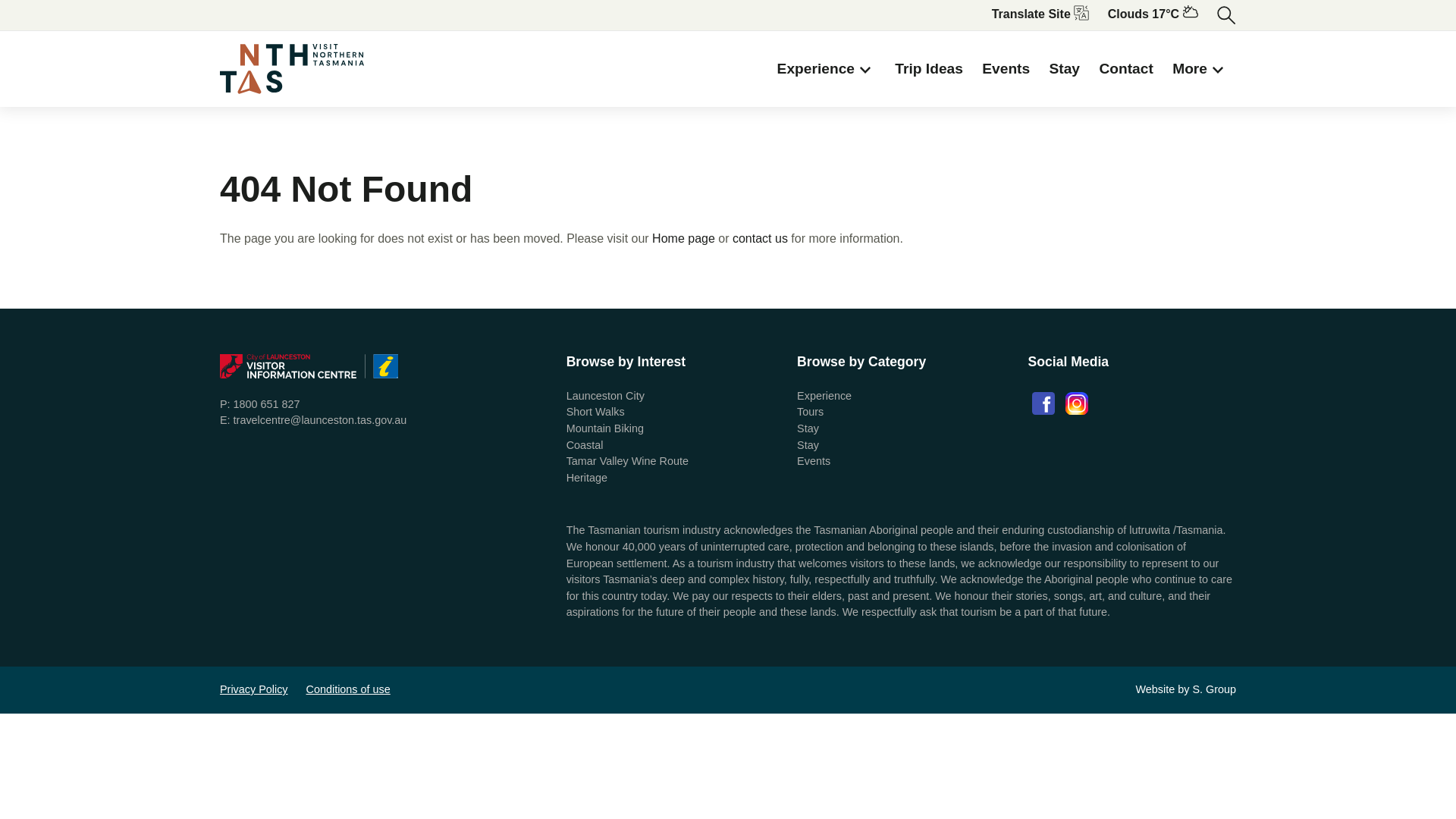 This screenshot has height=819, width=1456. I want to click on 'Instagram', so click(1076, 403).